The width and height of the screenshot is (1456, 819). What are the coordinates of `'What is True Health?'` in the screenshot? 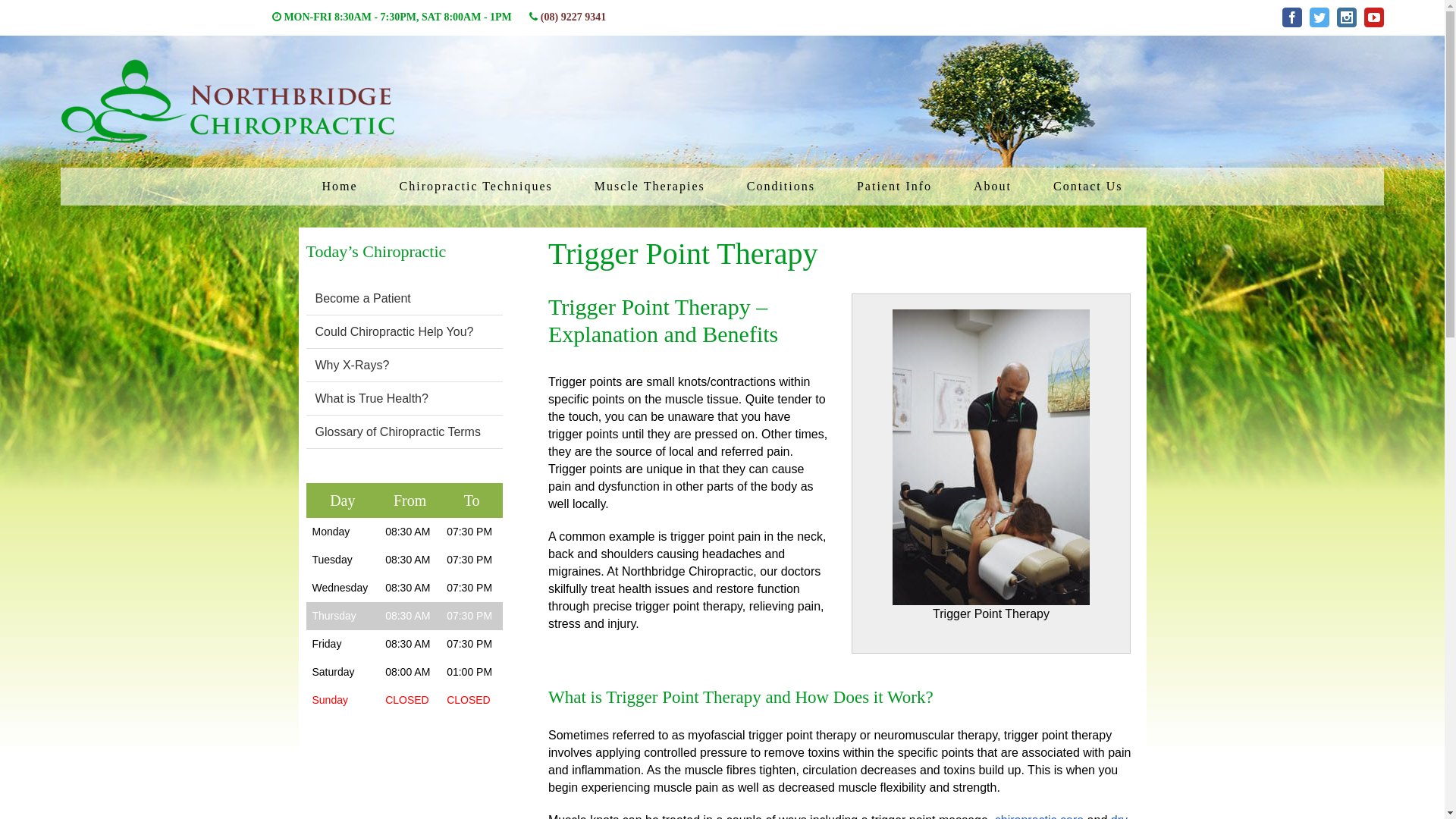 It's located at (372, 397).